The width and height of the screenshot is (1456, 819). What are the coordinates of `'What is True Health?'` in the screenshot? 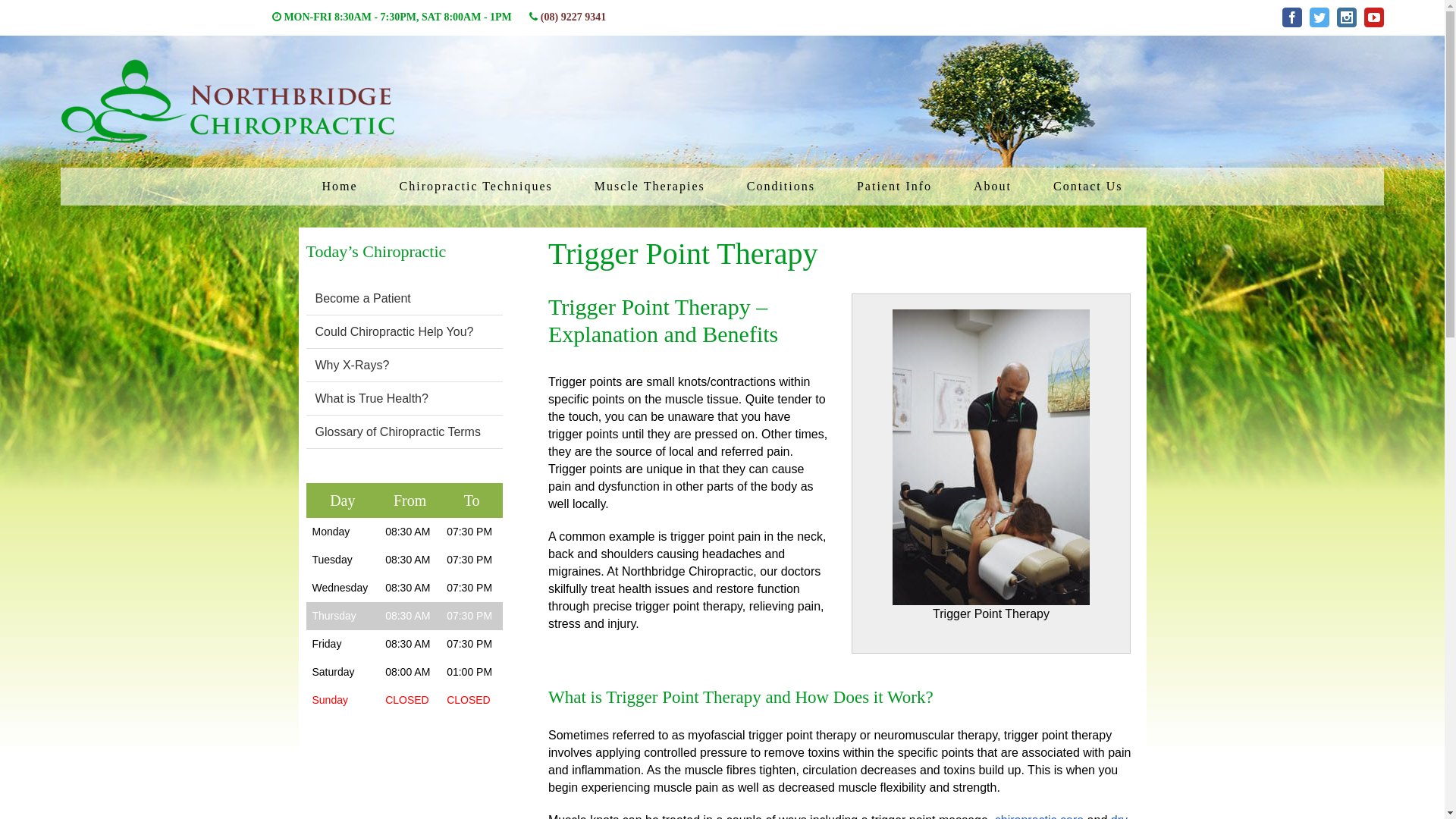 It's located at (372, 397).